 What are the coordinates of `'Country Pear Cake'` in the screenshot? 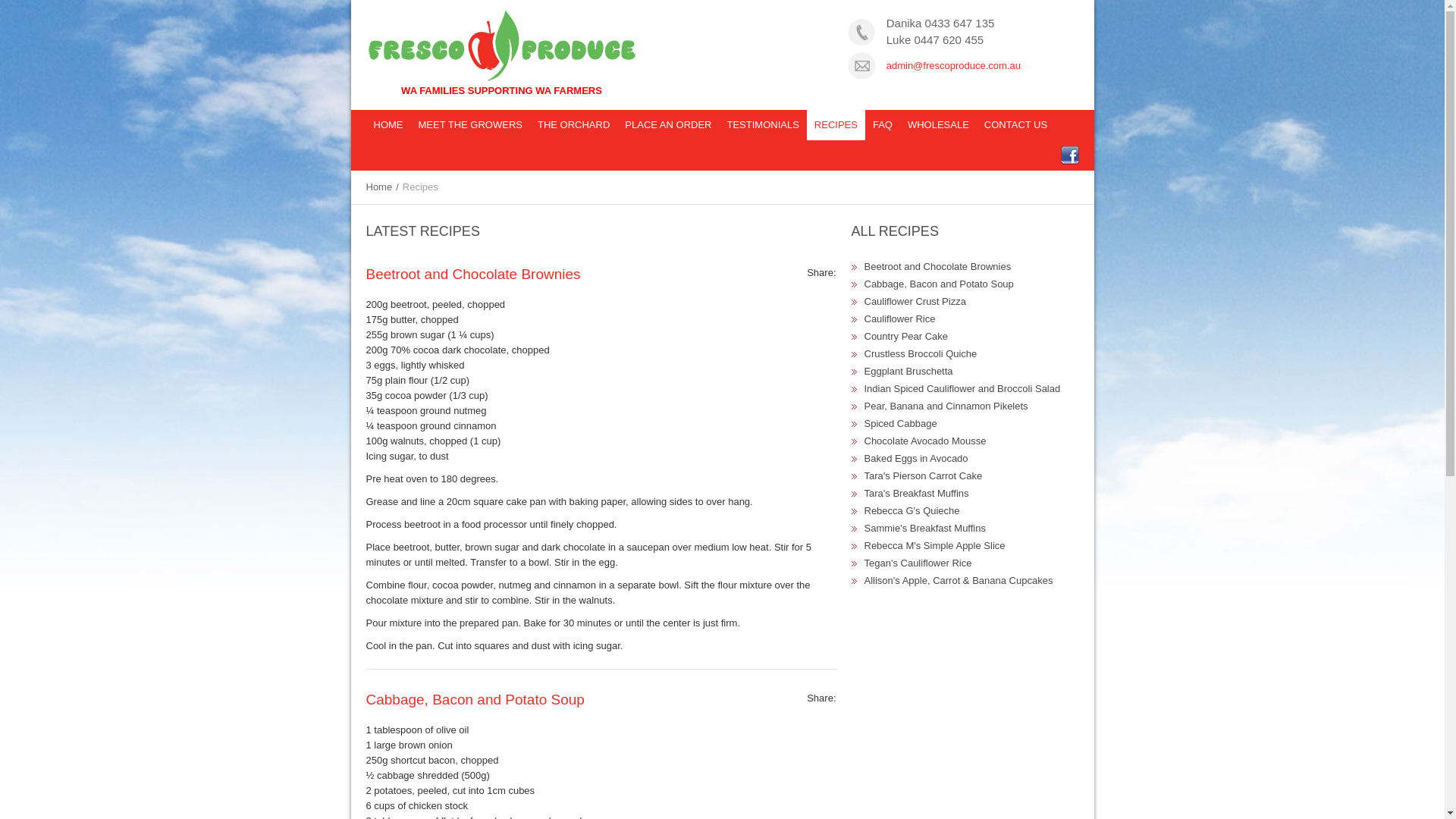 It's located at (906, 335).